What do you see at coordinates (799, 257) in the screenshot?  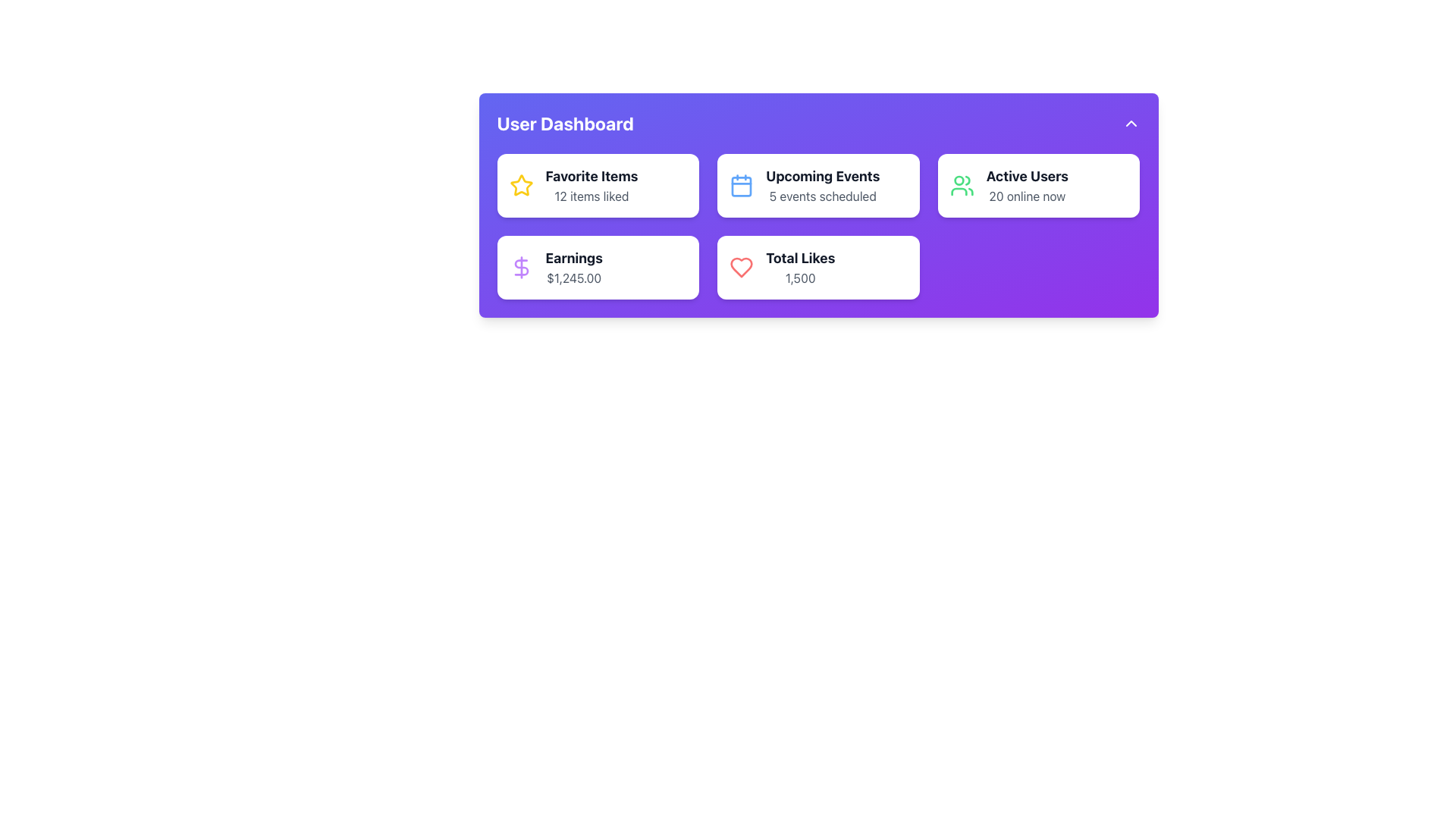 I see `the label indicating the total number of likes, which is horizontally centered within its card layout and positioned to the right of the heart icon` at bounding box center [799, 257].